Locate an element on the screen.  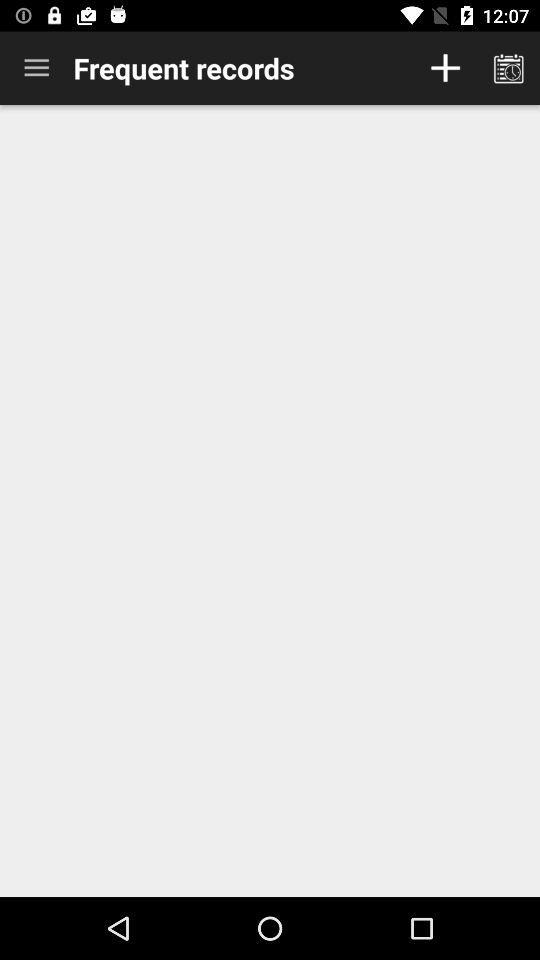
item is located at coordinates (445, 68).